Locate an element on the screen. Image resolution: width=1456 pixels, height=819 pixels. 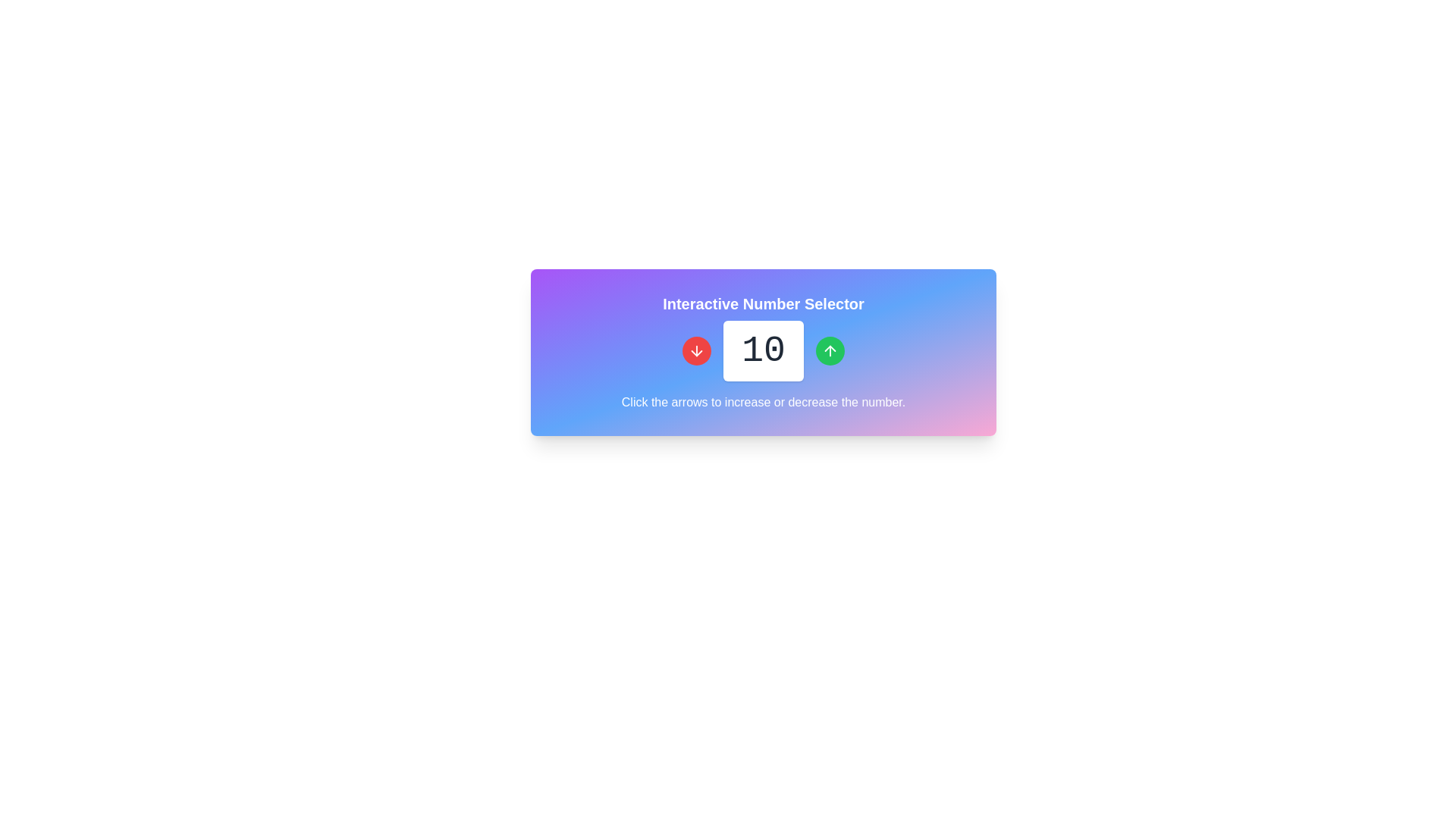
the red downward arrow button on the left is located at coordinates (696, 350).